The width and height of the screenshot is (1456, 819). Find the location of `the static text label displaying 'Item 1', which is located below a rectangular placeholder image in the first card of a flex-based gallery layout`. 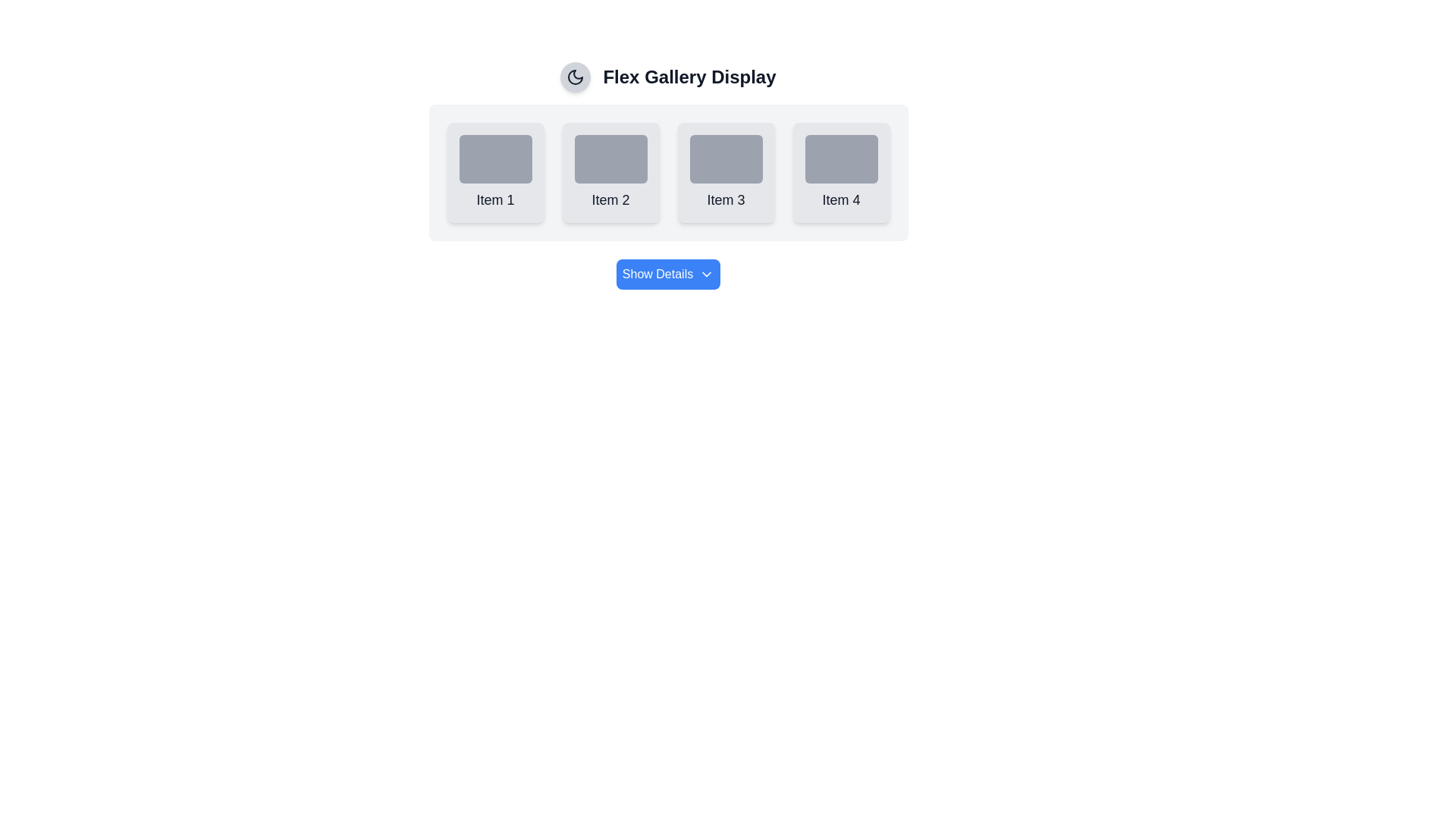

the static text label displaying 'Item 1', which is located below a rectangular placeholder image in the first card of a flex-based gallery layout is located at coordinates (495, 199).